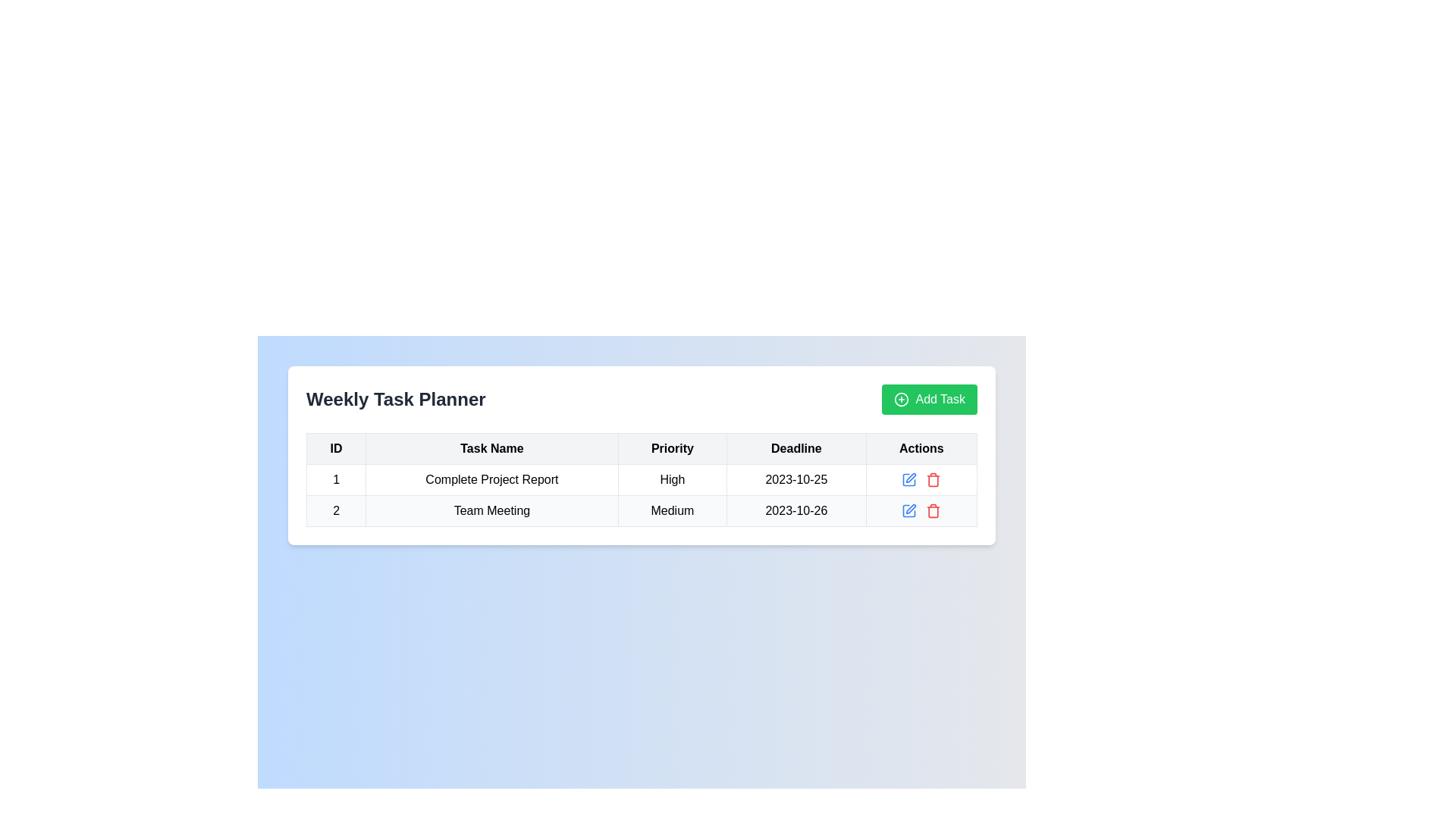 This screenshot has height=819, width=1456. What do you see at coordinates (335, 511) in the screenshot?
I see `the static text display element in the first cell of the second row of the table, which shows the identifier number '2'` at bounding box center [335, 511].